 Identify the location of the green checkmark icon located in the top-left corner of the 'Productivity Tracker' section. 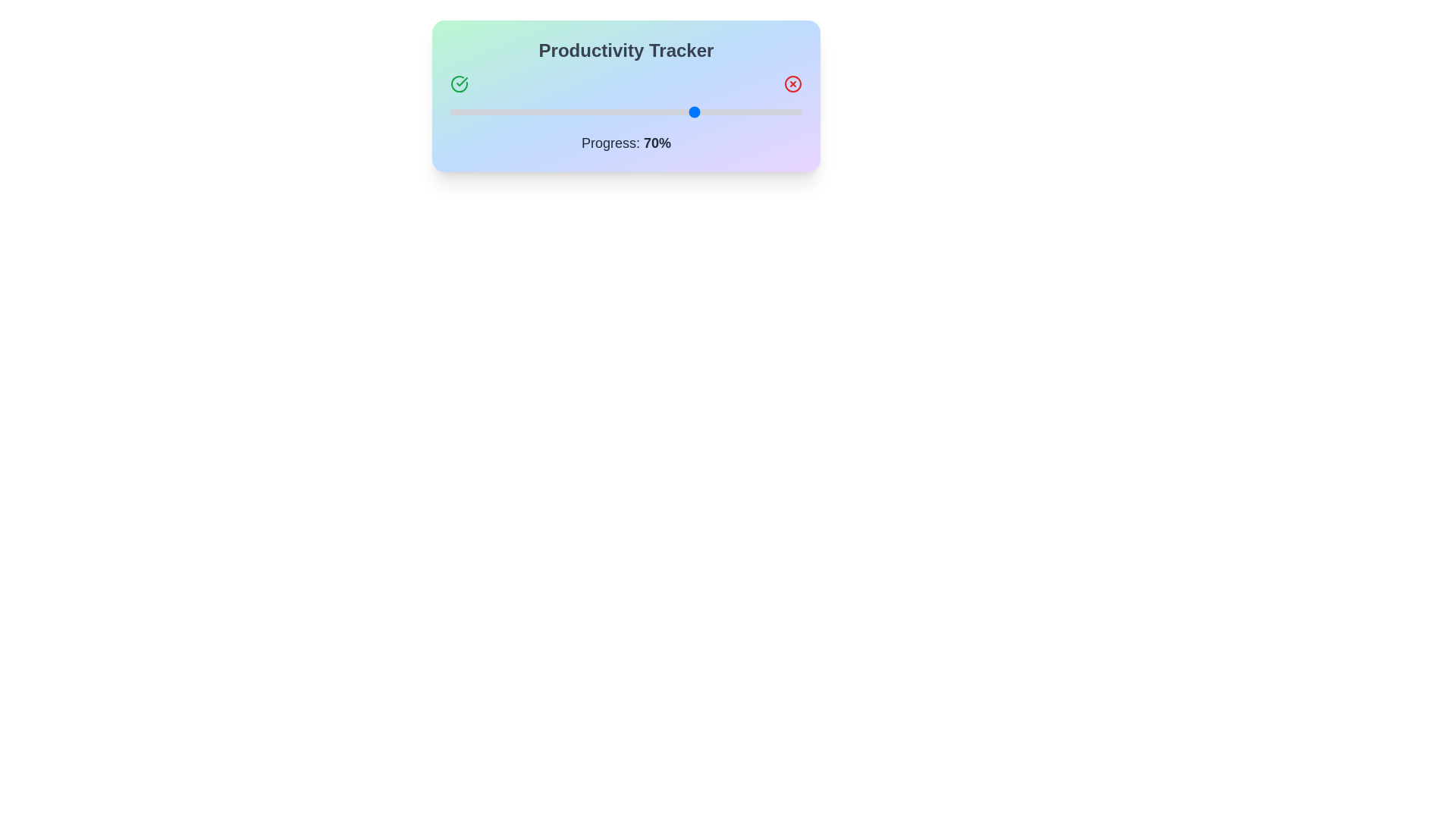
(458, 84).